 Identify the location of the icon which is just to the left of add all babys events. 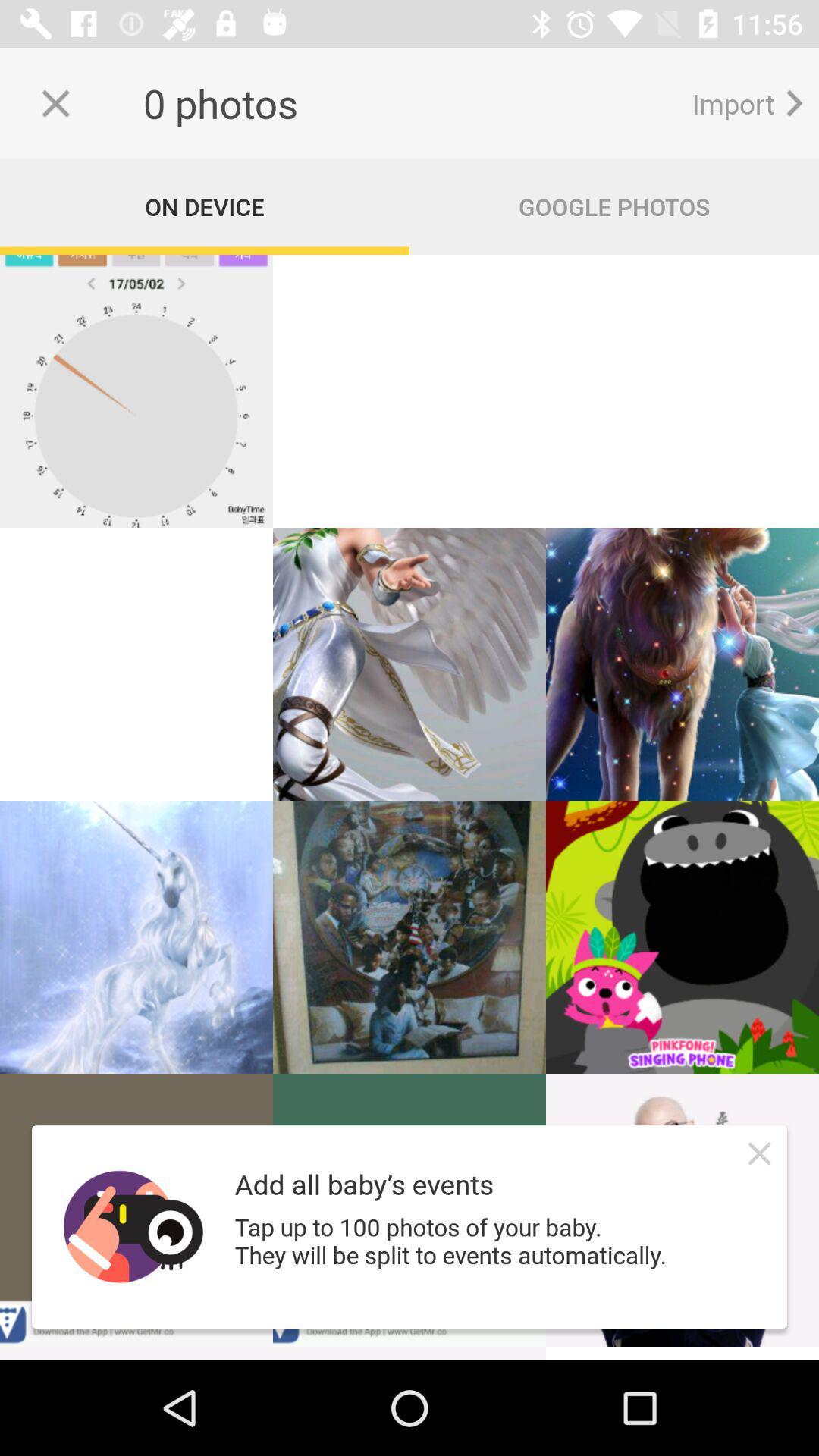
(133, 1226).